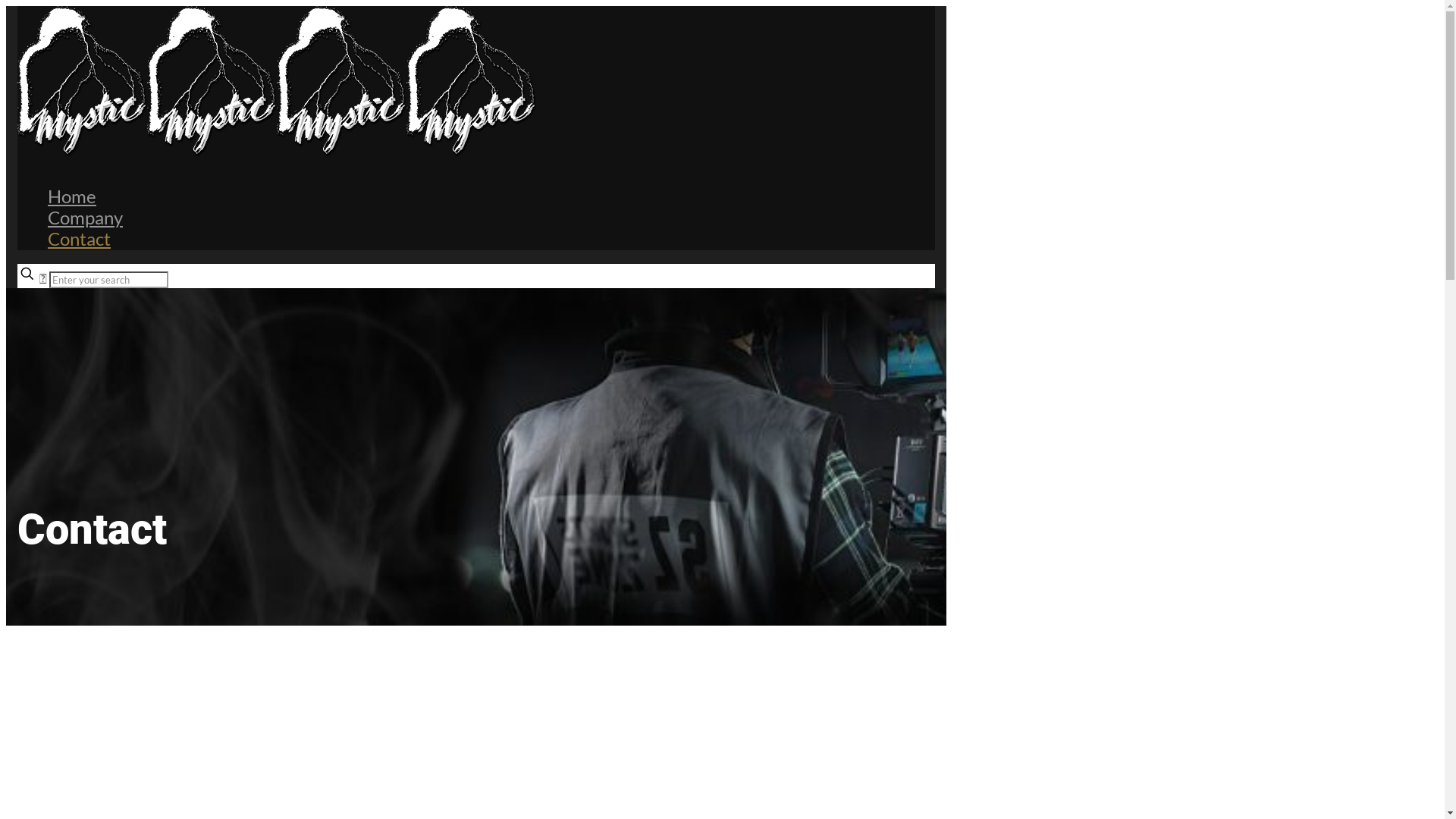 The width and height of the screenshot is (1456, 819). Describe the element at coordinates (84, 217) in the screenshot. I see `'Company'` at that location.